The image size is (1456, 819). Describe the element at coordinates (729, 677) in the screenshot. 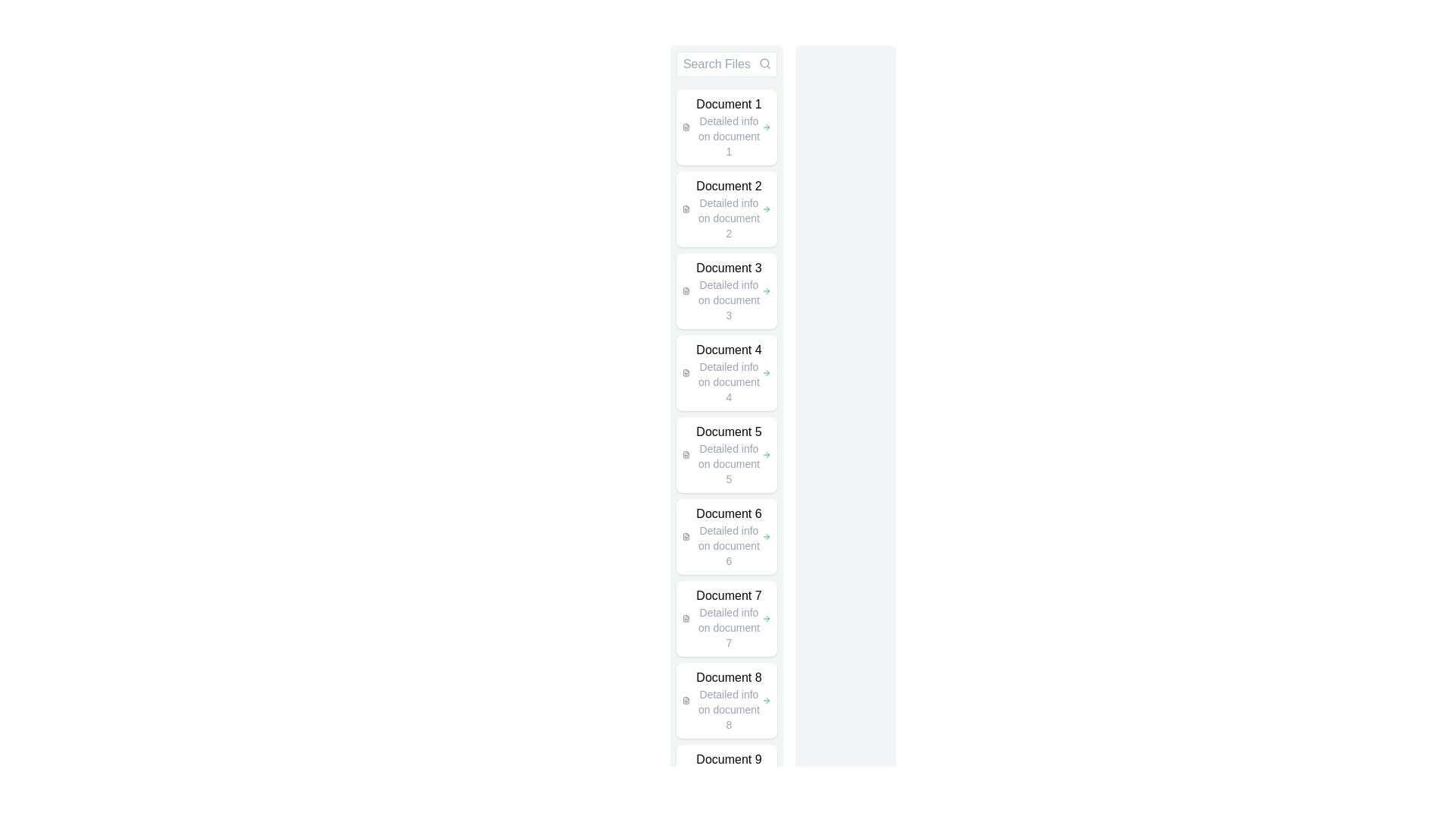

I see `title information from the text label displaying 'Document 8' which is part of the eighth entry in a vertical list of document items` at that location.